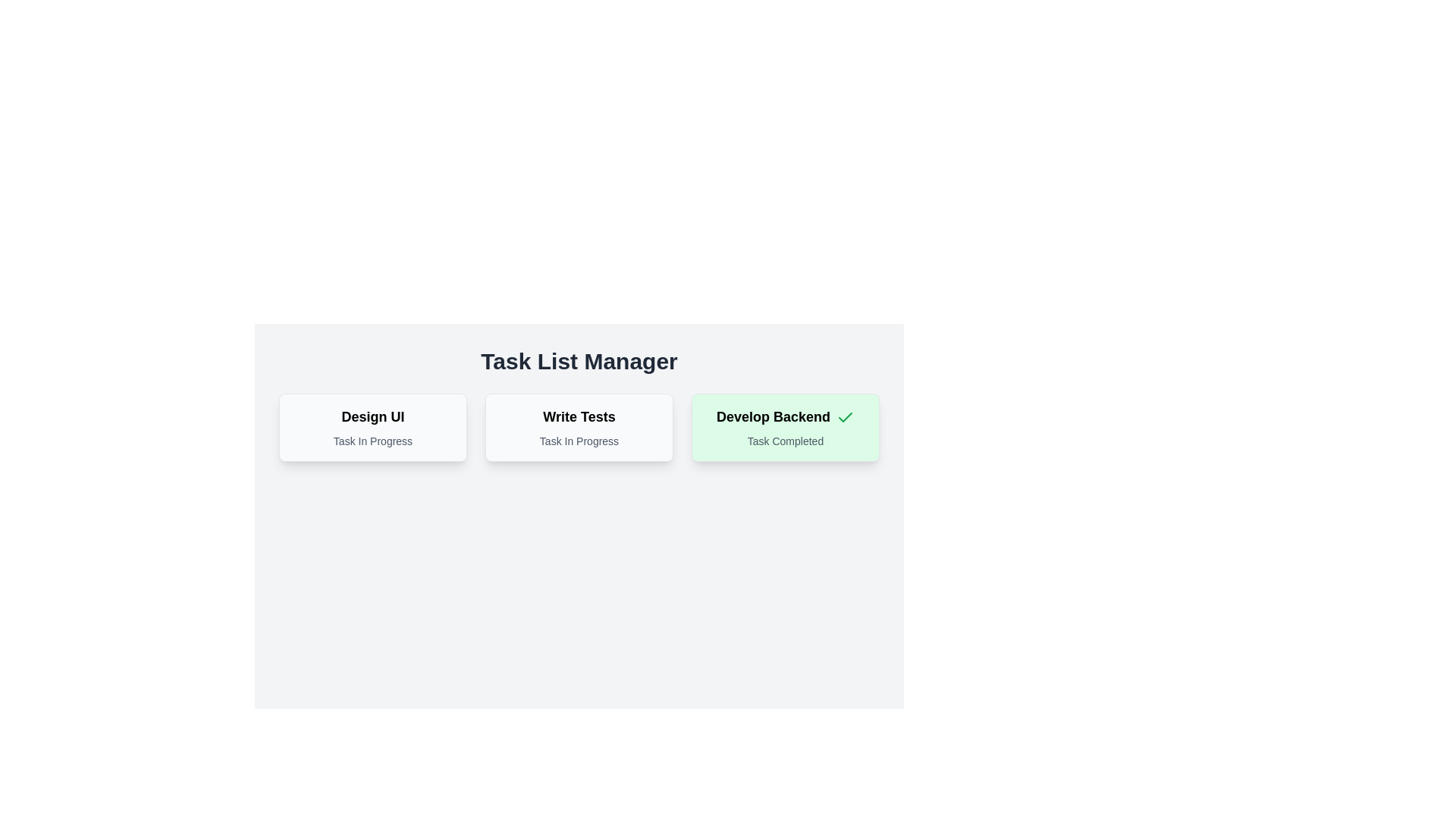 The height and width of the screenshot is (819, 1456). Describe the element at coordinates (786, 417) in the screenshot. I see `the Heading text indicating the task name 'Develop Backend' located in the third card under the 'Task List Manager' section` at that location.